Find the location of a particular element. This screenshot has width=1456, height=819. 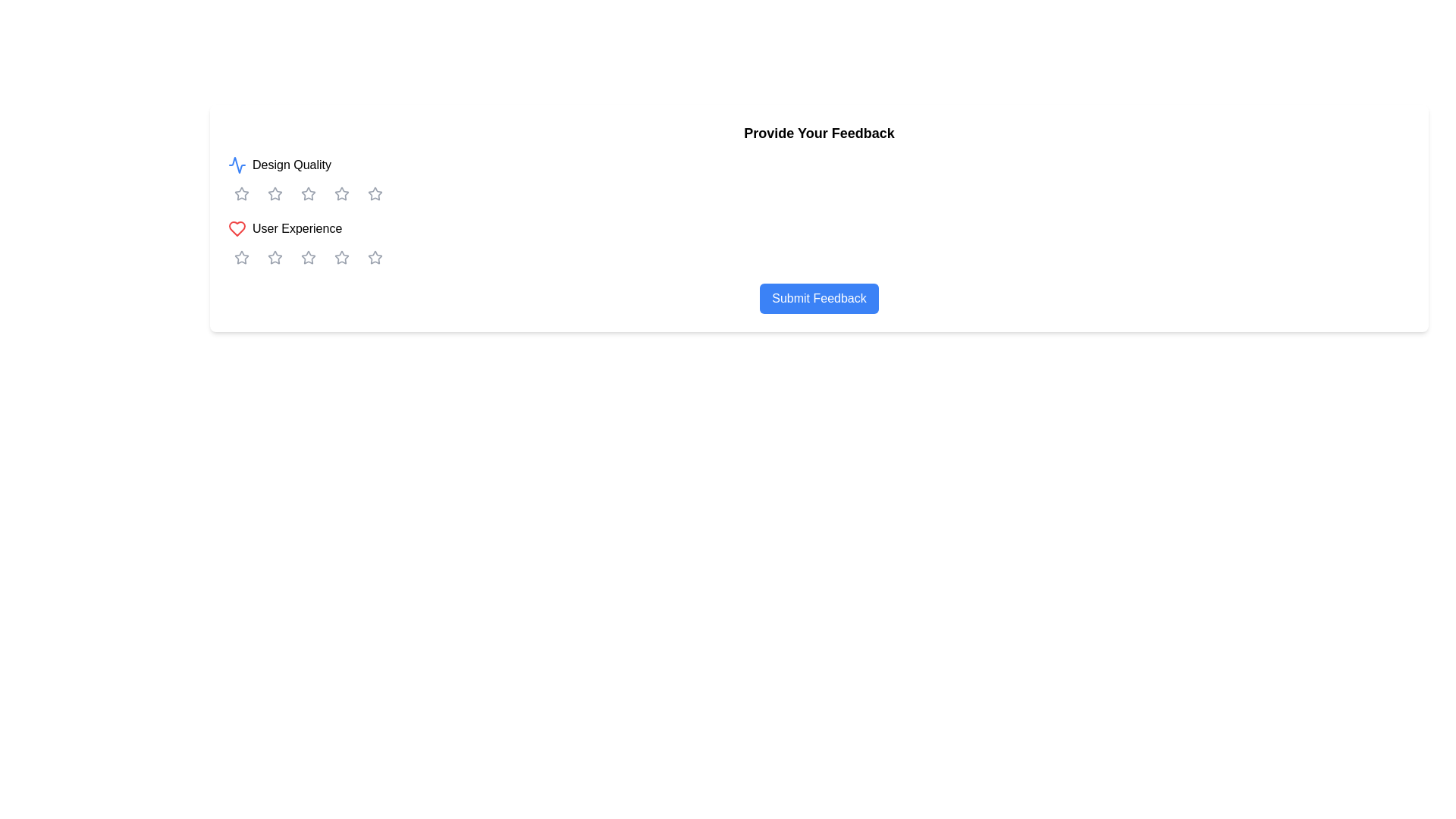

the second star button for the 'Design Quality' rating feature to provide feedback is located at coordinates (275, 193).